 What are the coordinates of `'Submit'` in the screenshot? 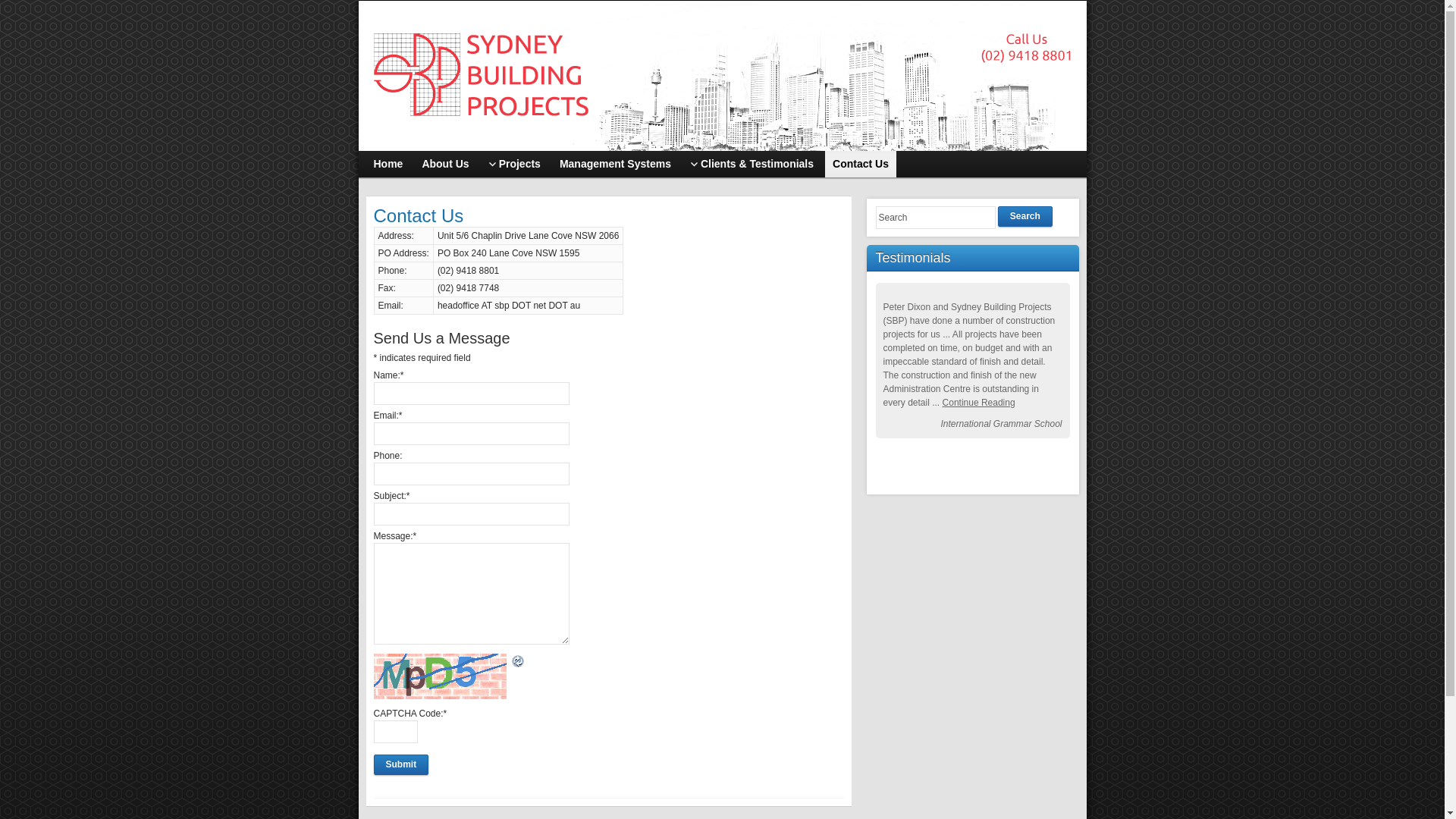 It's located at (400, 764).